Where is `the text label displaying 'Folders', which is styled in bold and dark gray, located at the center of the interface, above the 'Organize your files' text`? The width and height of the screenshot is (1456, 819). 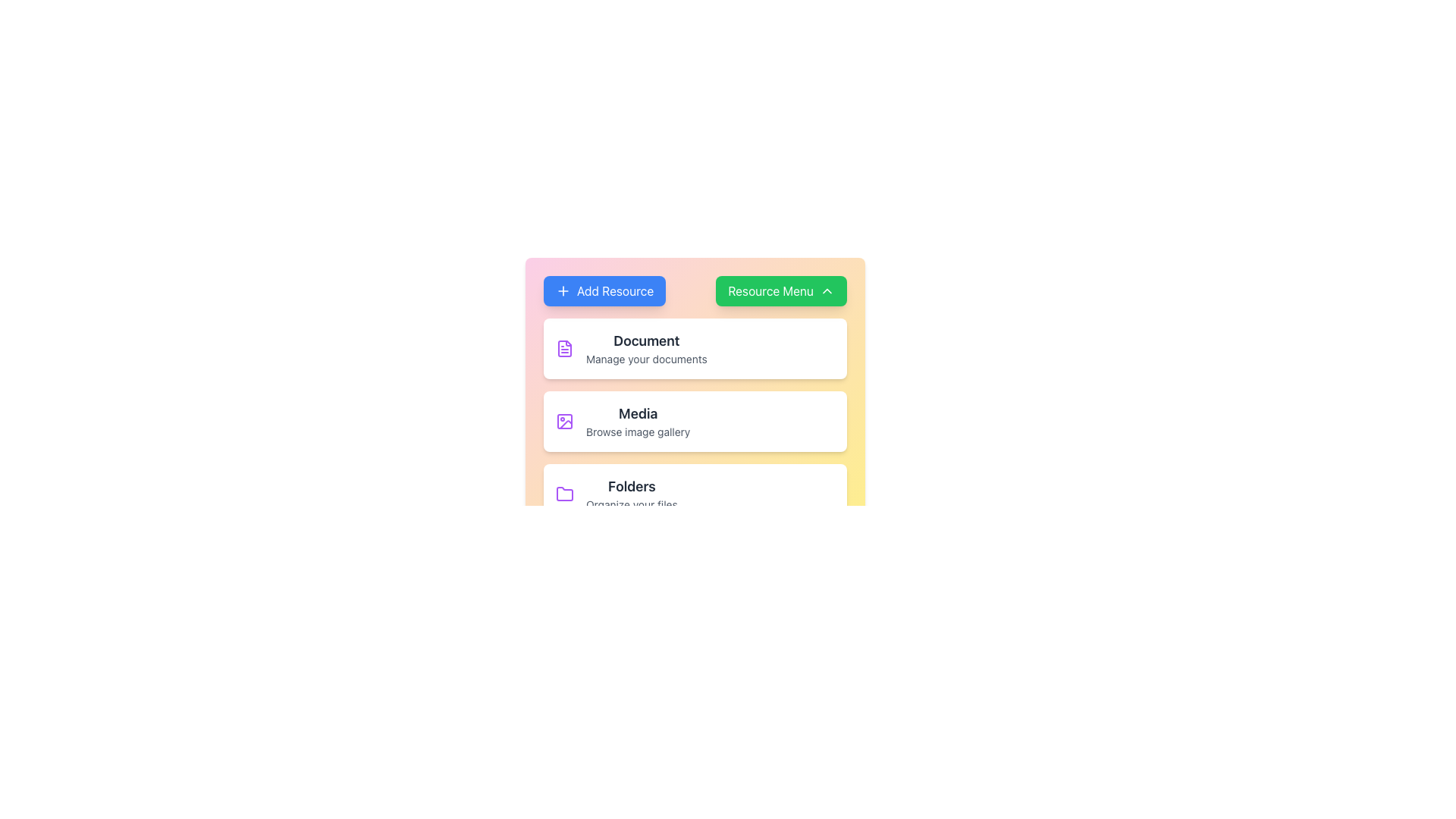 the text label displaying 'Folders', which is styled in bold and dark gray, located at the center of the interface, above the 'Organize your files' text is located at coordinates (632, 486).